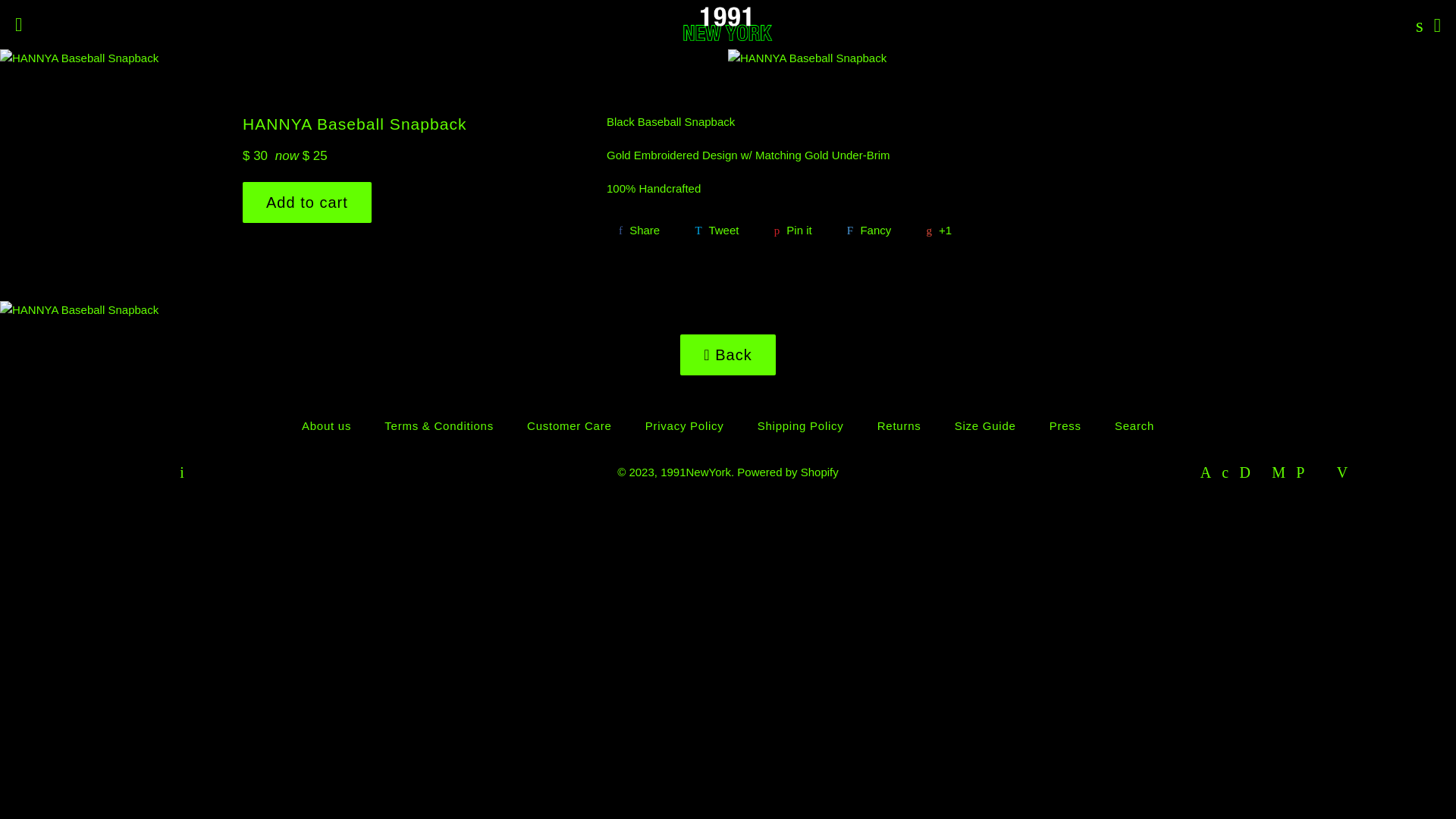  What do you see at coordinates (985, 425) in the screenshot?
I see `'Size Guide'` at bounding box center [985, 425].